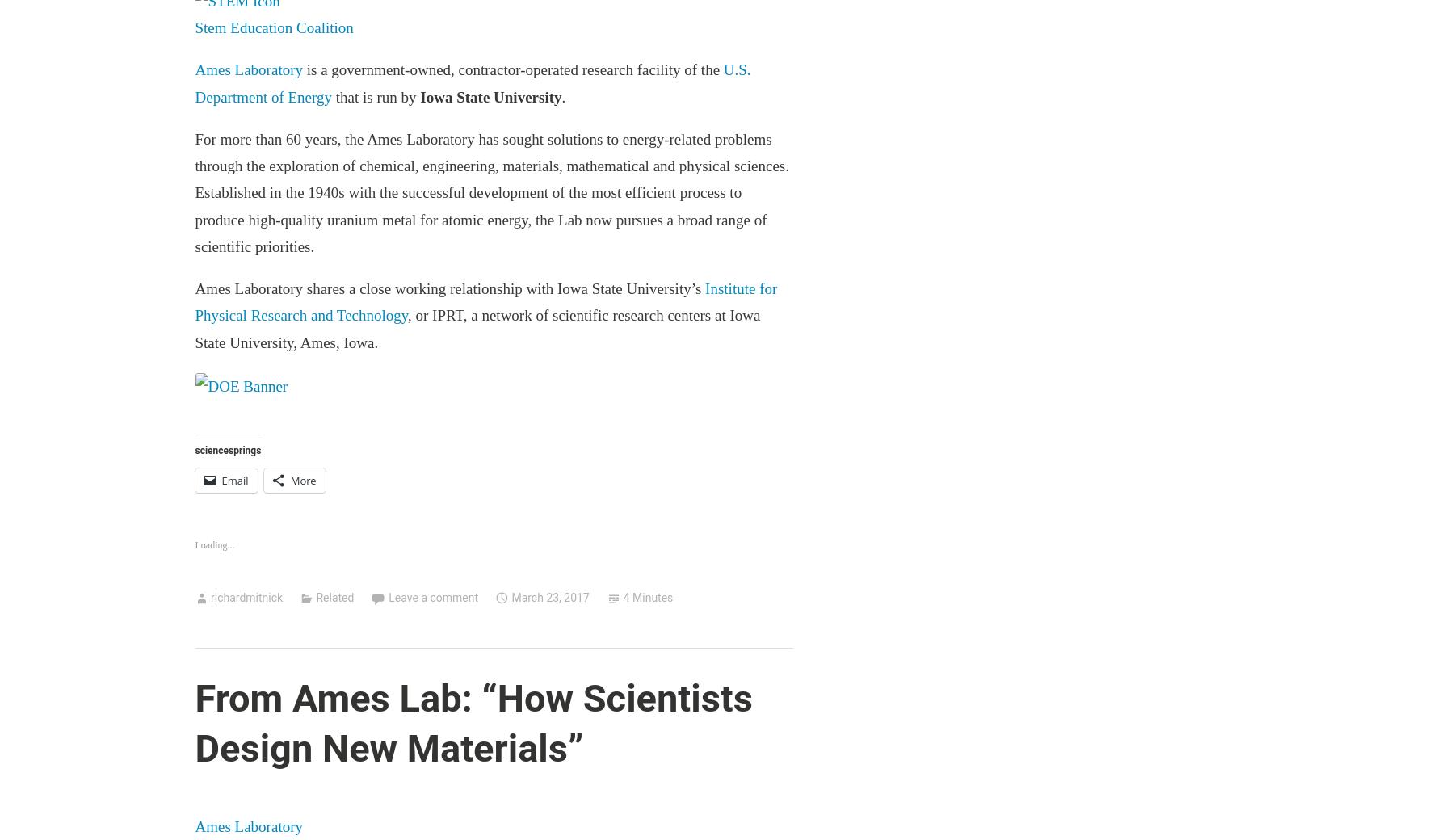  What do you see at coordinates (302, 479) in the screenshot?
I see `'More'` at bounding box center [302, 479].